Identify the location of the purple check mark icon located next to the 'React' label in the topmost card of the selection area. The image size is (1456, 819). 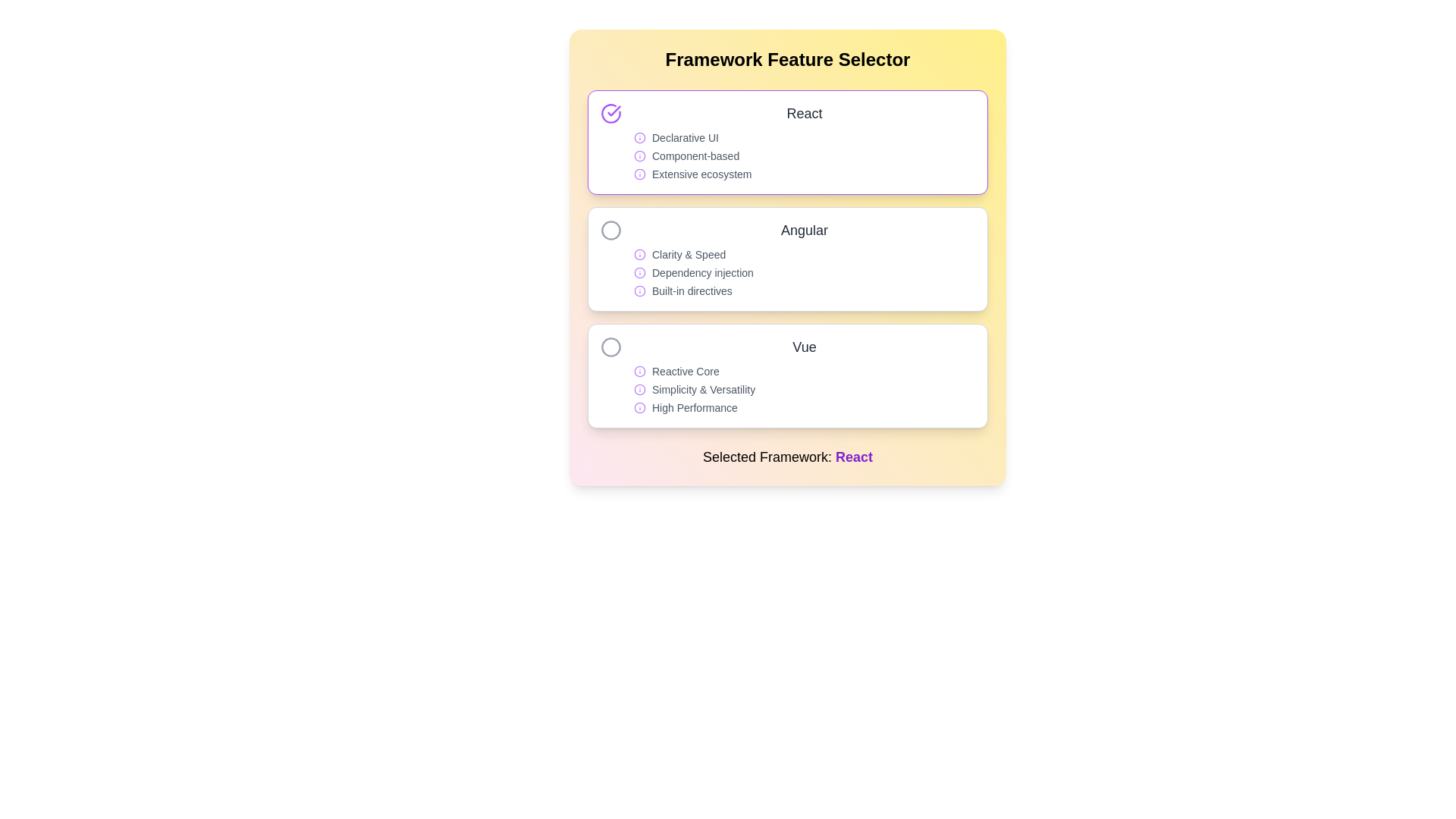
(614, 110).